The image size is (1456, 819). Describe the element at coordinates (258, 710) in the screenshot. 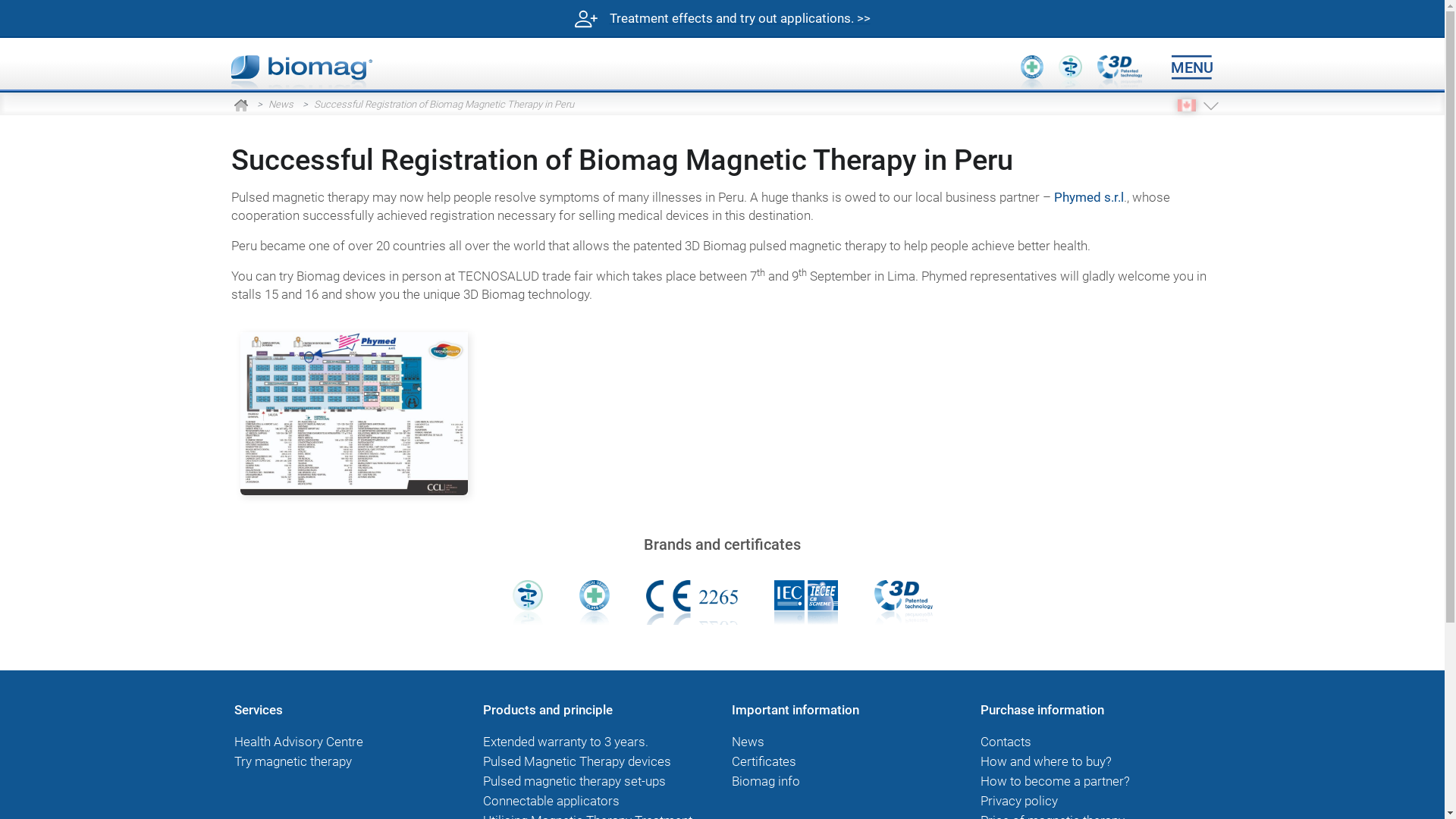

I see `'Services'` at that location.